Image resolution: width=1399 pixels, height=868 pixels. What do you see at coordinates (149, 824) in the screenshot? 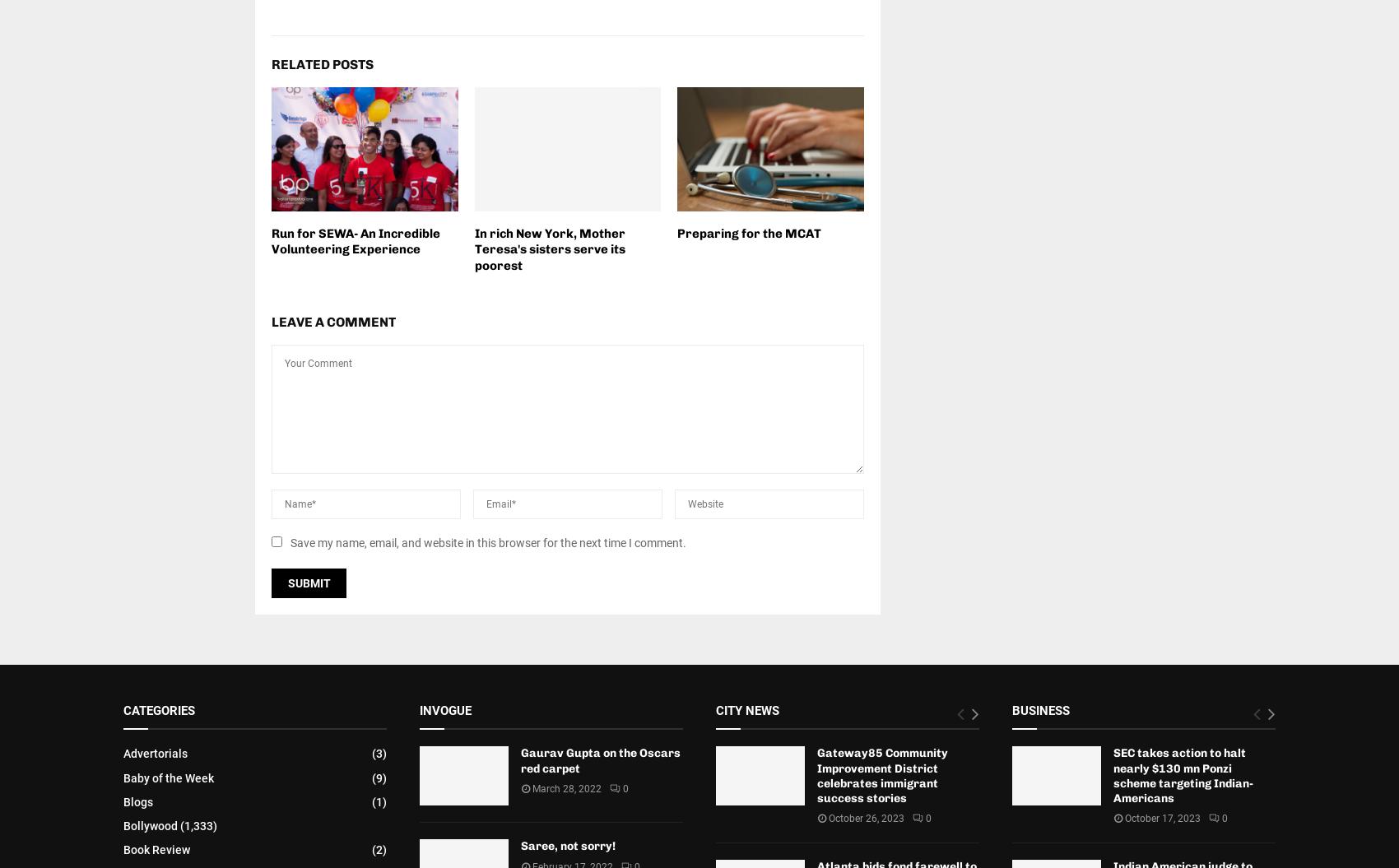
I see `'Bollywood'` at bounding box center [149, 824].